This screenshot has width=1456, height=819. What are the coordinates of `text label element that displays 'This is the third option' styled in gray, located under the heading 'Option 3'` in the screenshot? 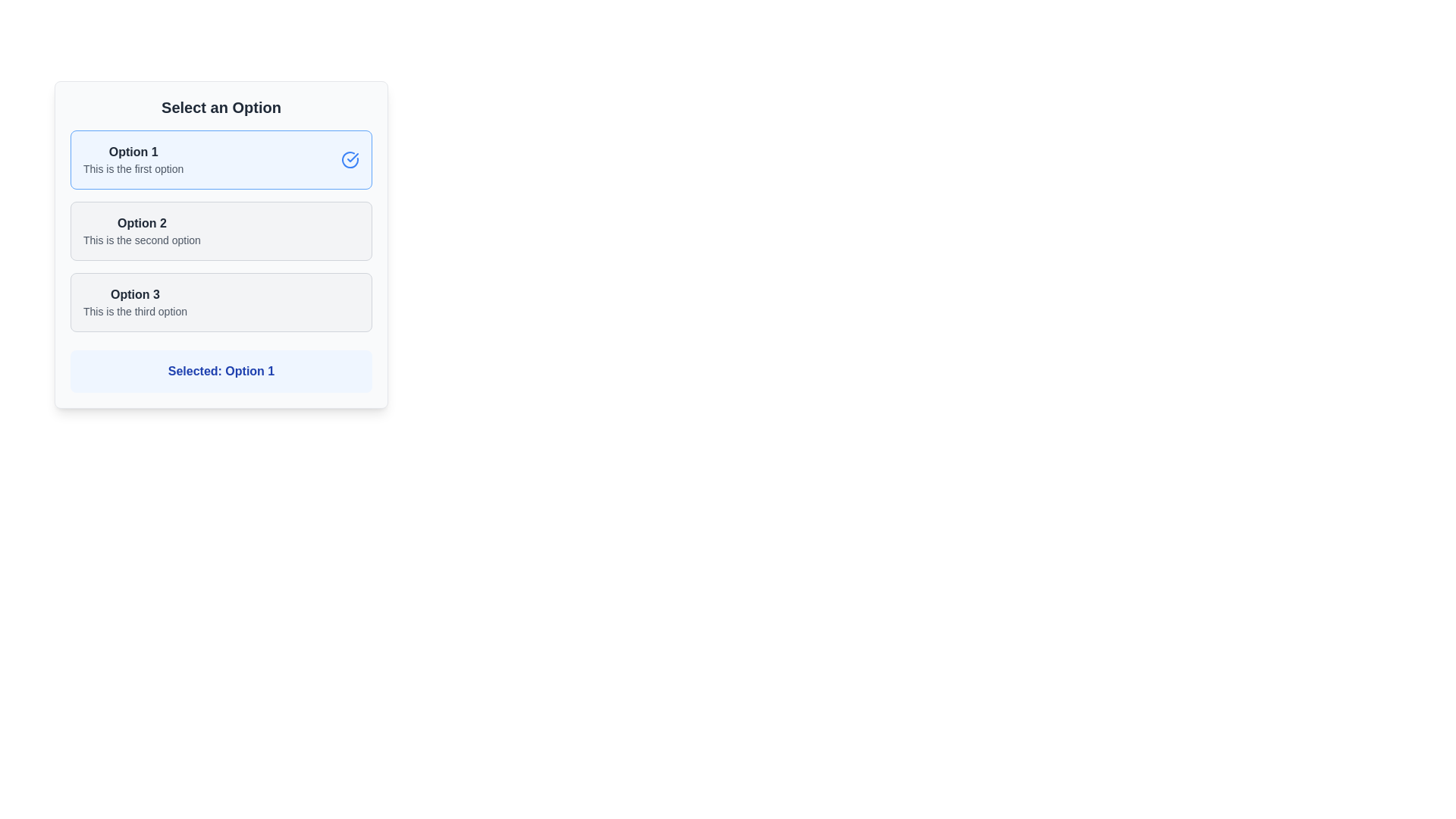 It's located at (135, 311).